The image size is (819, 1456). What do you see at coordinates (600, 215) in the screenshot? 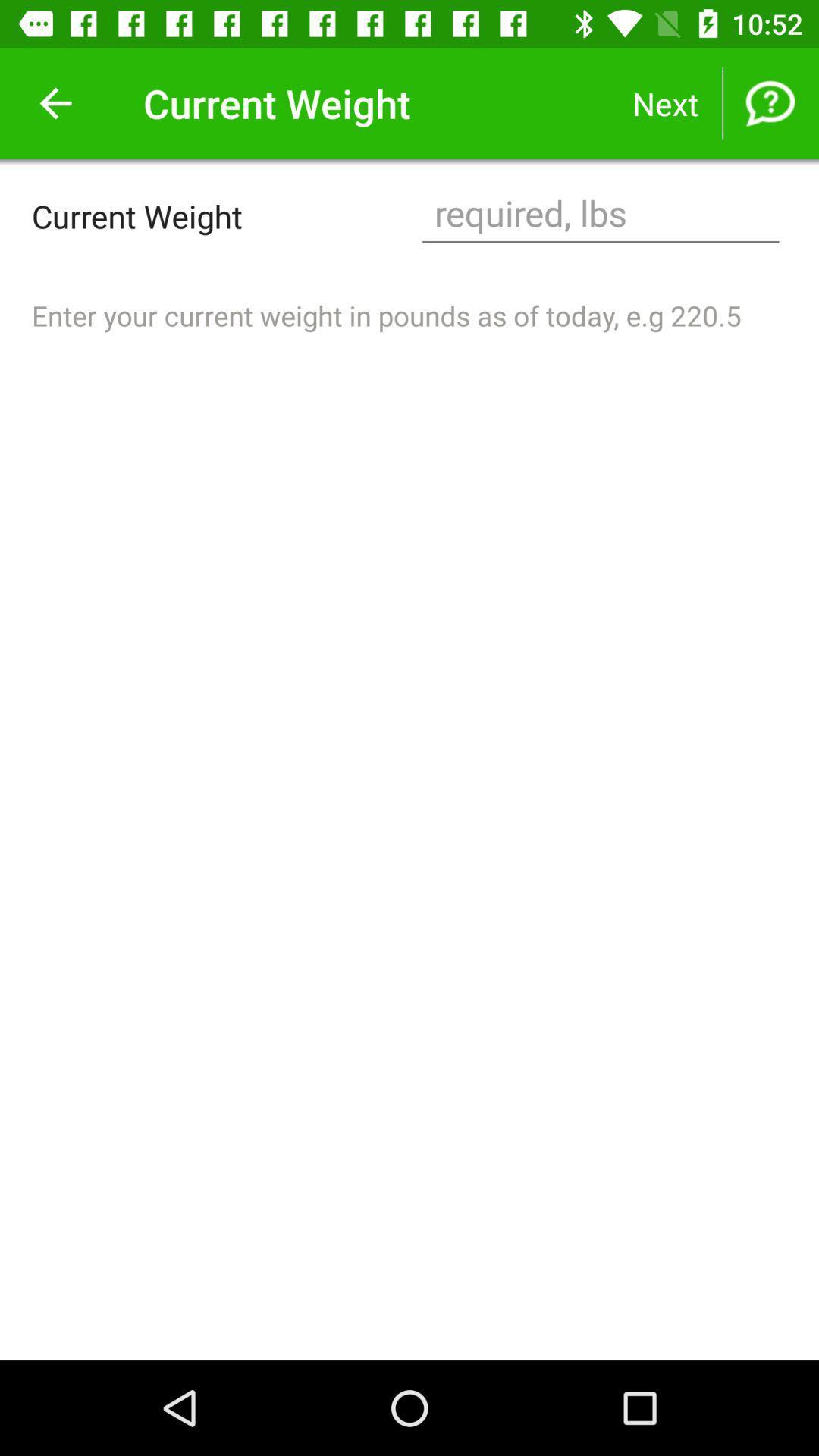
I see `text` at bounding box center [600, 215].